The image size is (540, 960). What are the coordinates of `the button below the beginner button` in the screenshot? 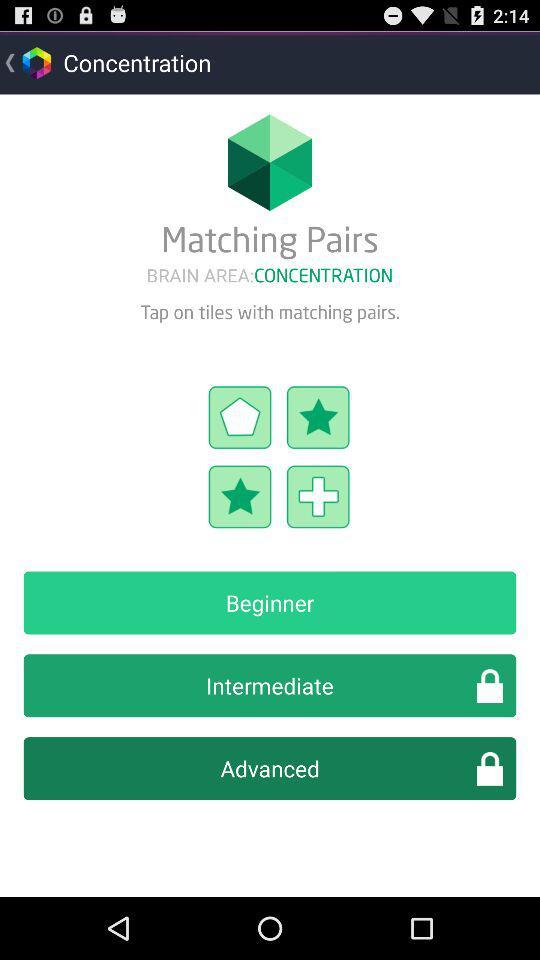 It's located at (270, 685).